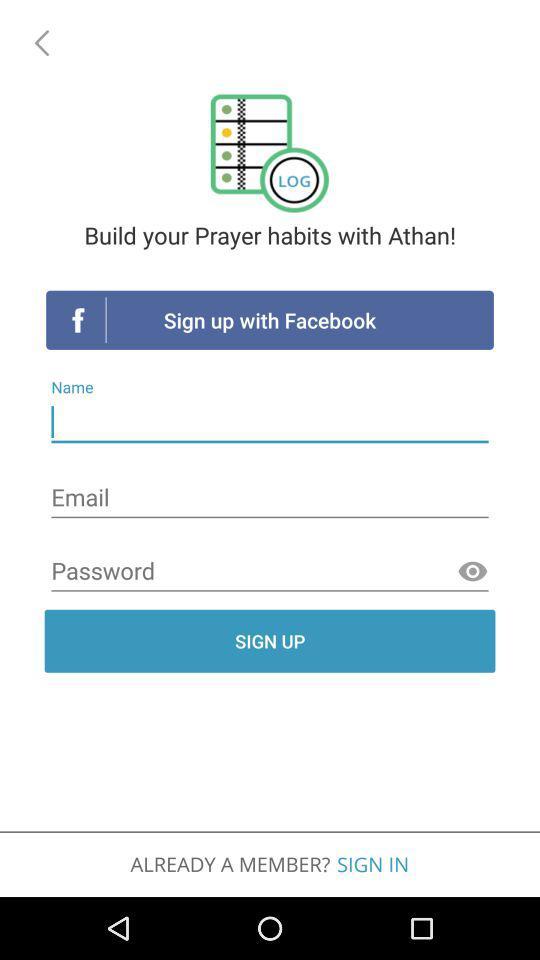 This screenshot has height=960, width=540. What do you see at coordinates (39, 38) in the screenshot?
I see `the arrow_backward icon` at bounding box center [39, 38].